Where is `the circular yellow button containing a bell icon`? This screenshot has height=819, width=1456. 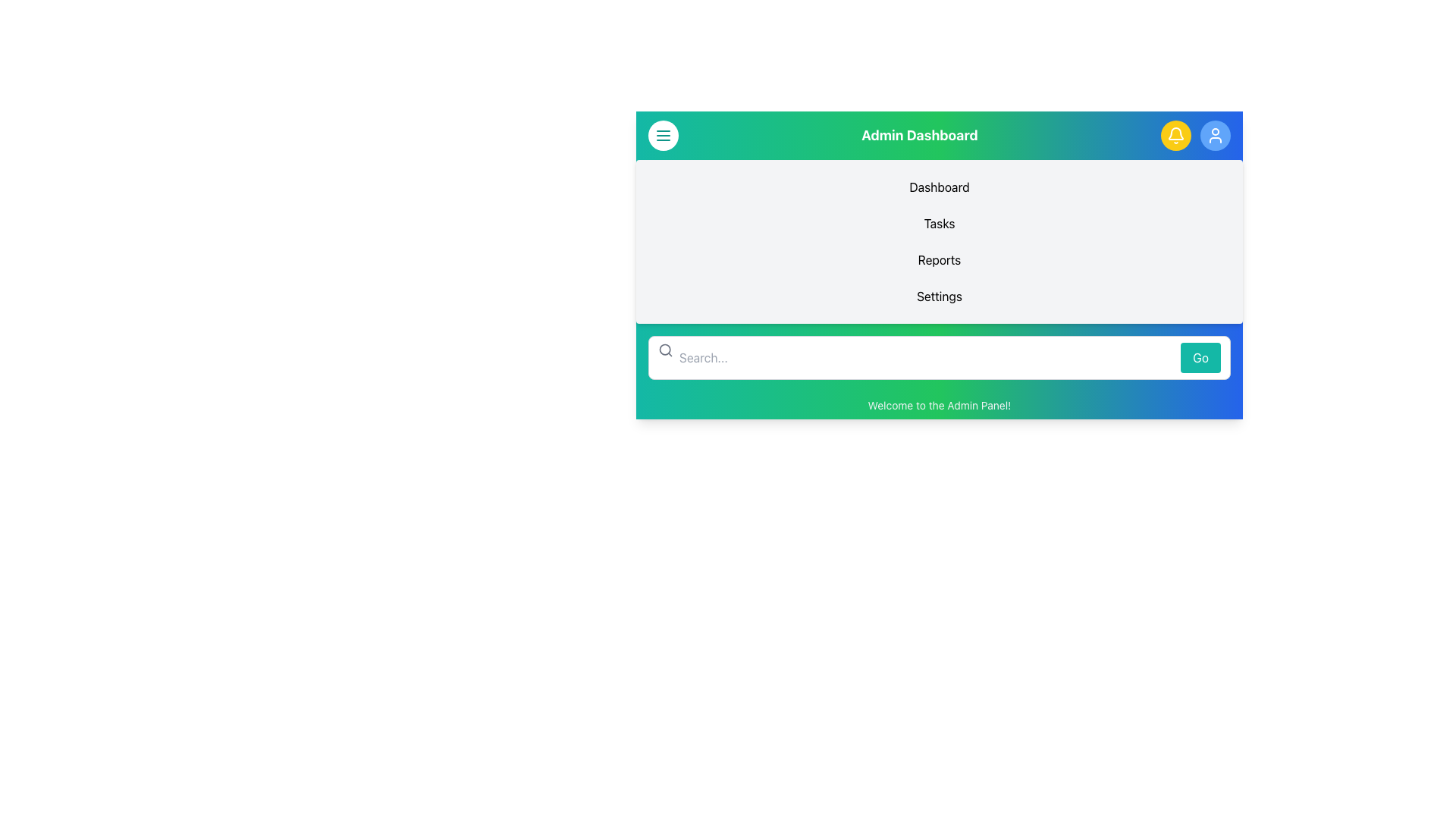
the circular yellow button containing a bell icon is located at coordinates (1175, 134).